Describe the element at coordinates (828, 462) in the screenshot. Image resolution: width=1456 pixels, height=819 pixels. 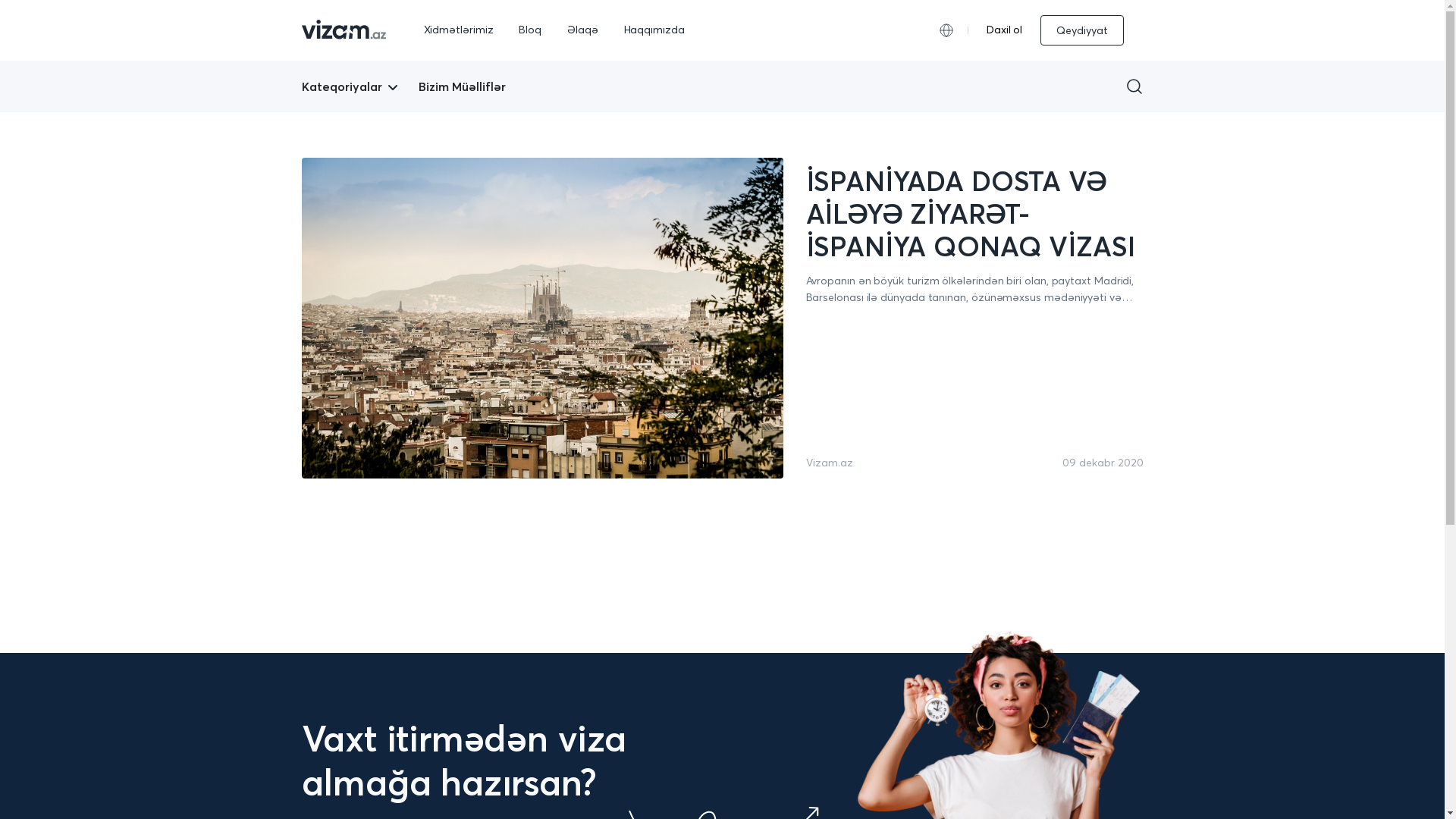
I see `'Vizam.az'` at that location.